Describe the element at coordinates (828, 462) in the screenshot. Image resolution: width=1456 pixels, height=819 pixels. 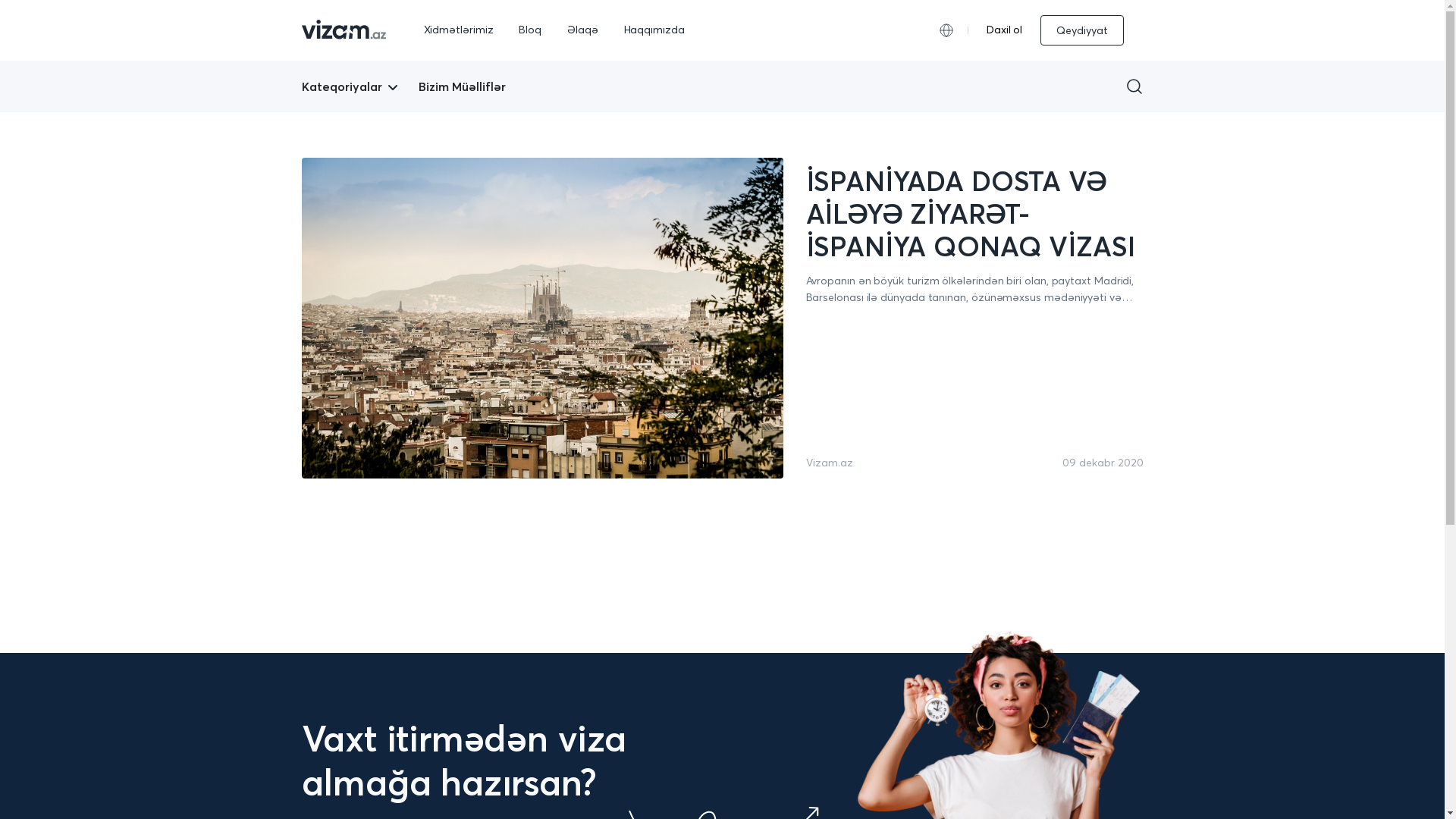
I see `'Vizam.az'` at that location.